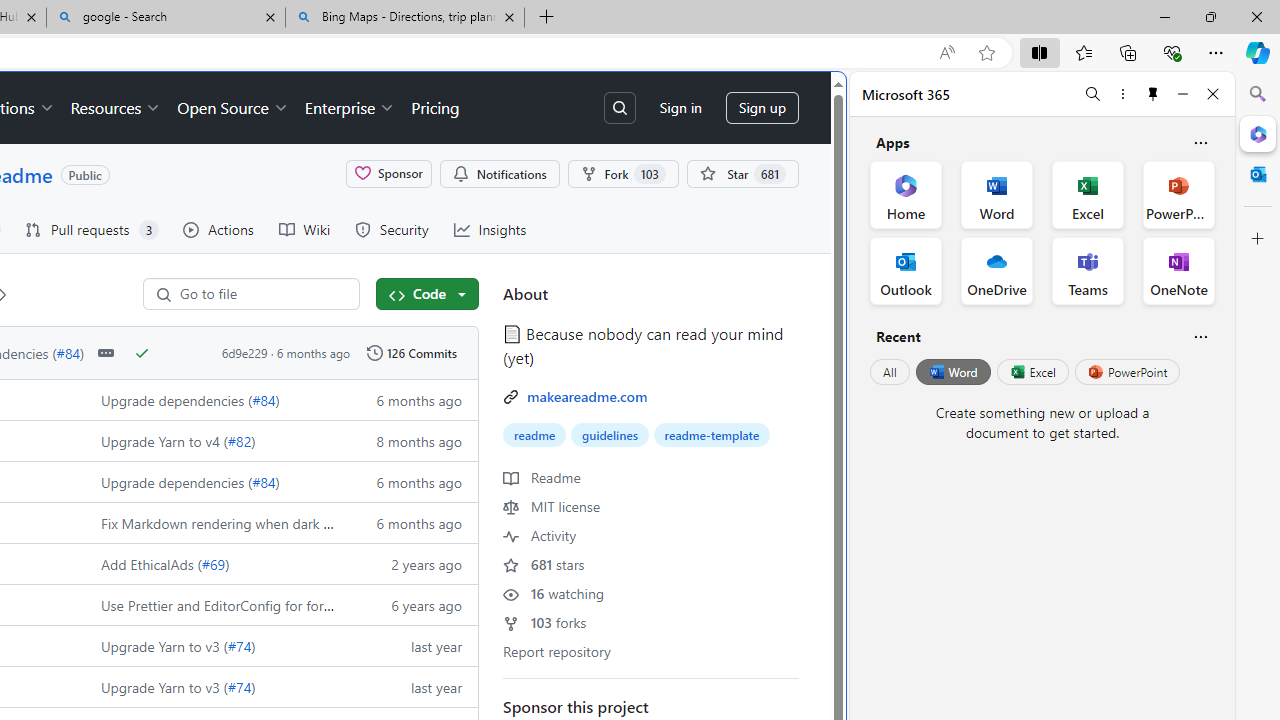 Image resolution: width=1280 pixels, height=720 pixels. I want to click on 'Resources', so click(114, 108).